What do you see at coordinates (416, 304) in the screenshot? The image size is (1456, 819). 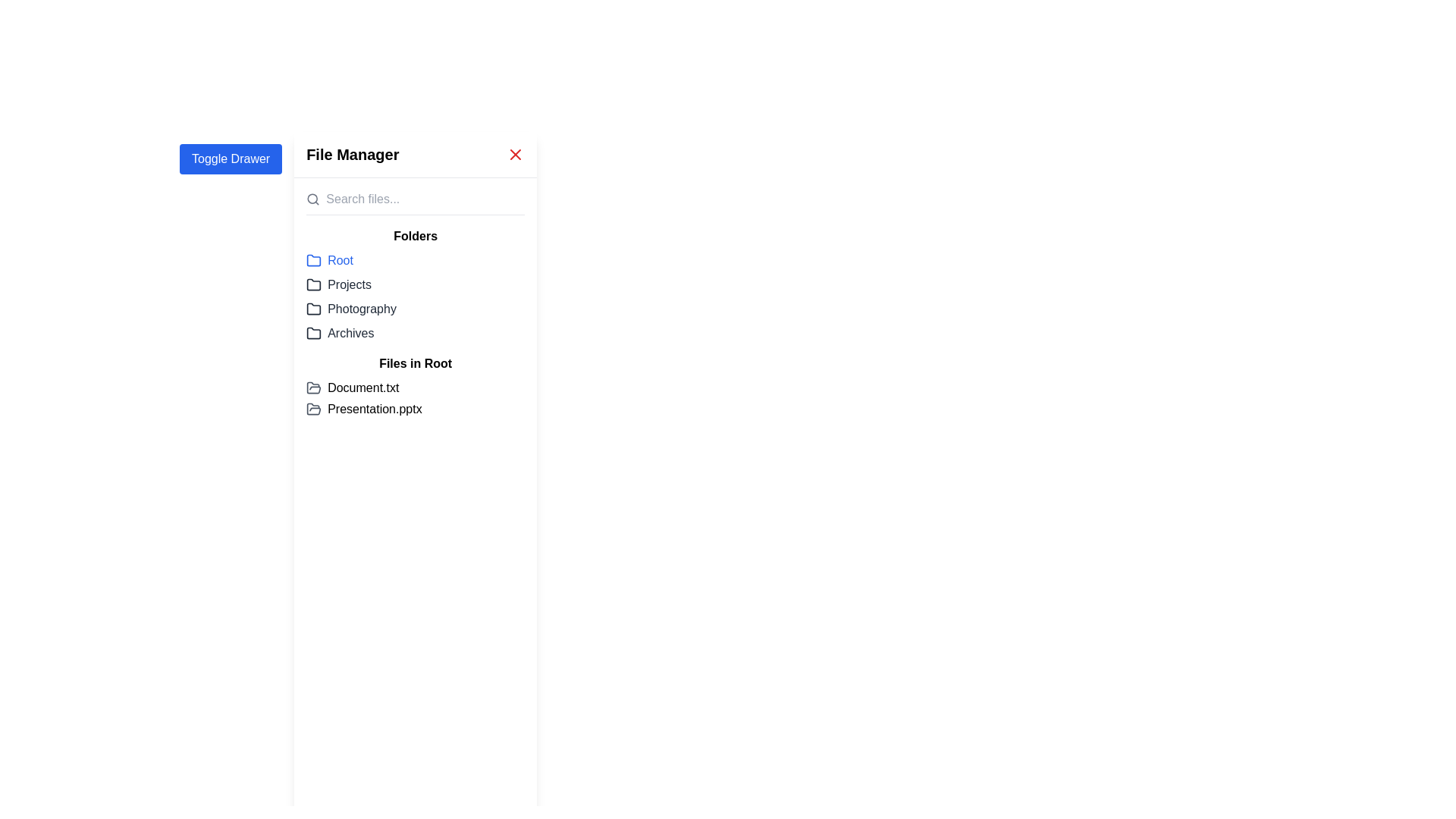 I see `the 'Photography' folder name in the hierarchical directory tree of the file manager interface` at bounding box center [416, 304].